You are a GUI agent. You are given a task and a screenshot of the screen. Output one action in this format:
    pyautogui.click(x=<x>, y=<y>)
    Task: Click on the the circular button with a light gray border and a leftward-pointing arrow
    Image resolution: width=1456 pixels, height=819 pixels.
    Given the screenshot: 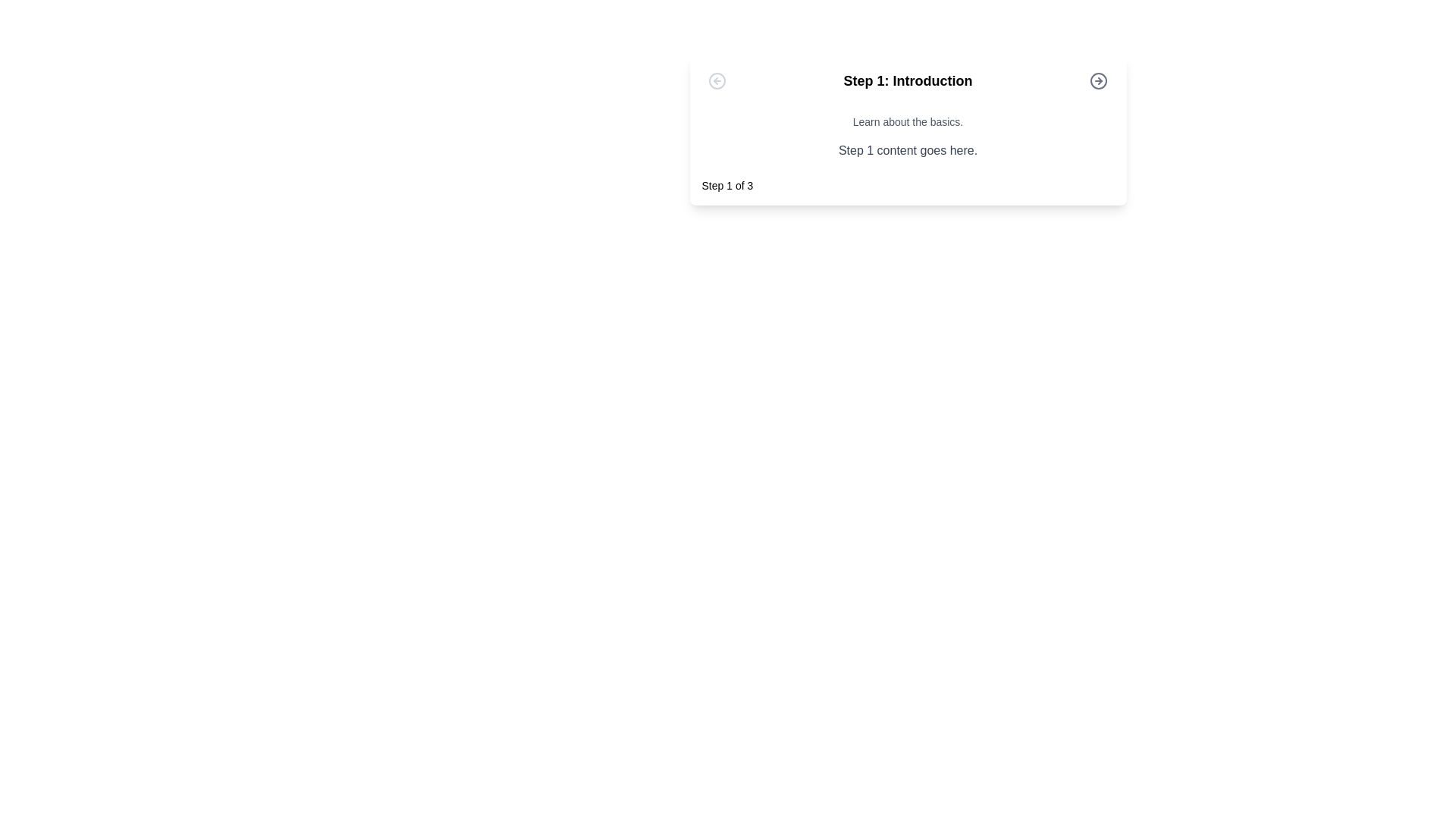 What is the action you would take?
    pyautogui.click(x=716, y=81)
    